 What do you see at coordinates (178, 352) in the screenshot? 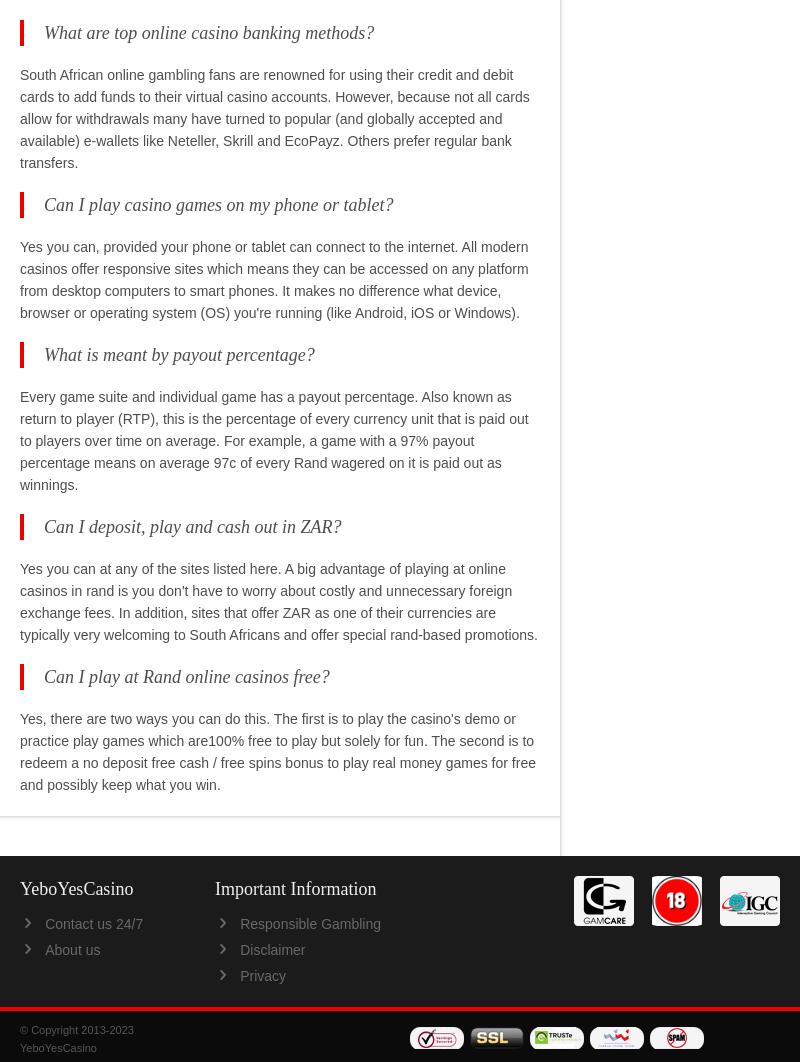
I see `'What is meant by payout percentage?'` at bounding box center [178, 352].